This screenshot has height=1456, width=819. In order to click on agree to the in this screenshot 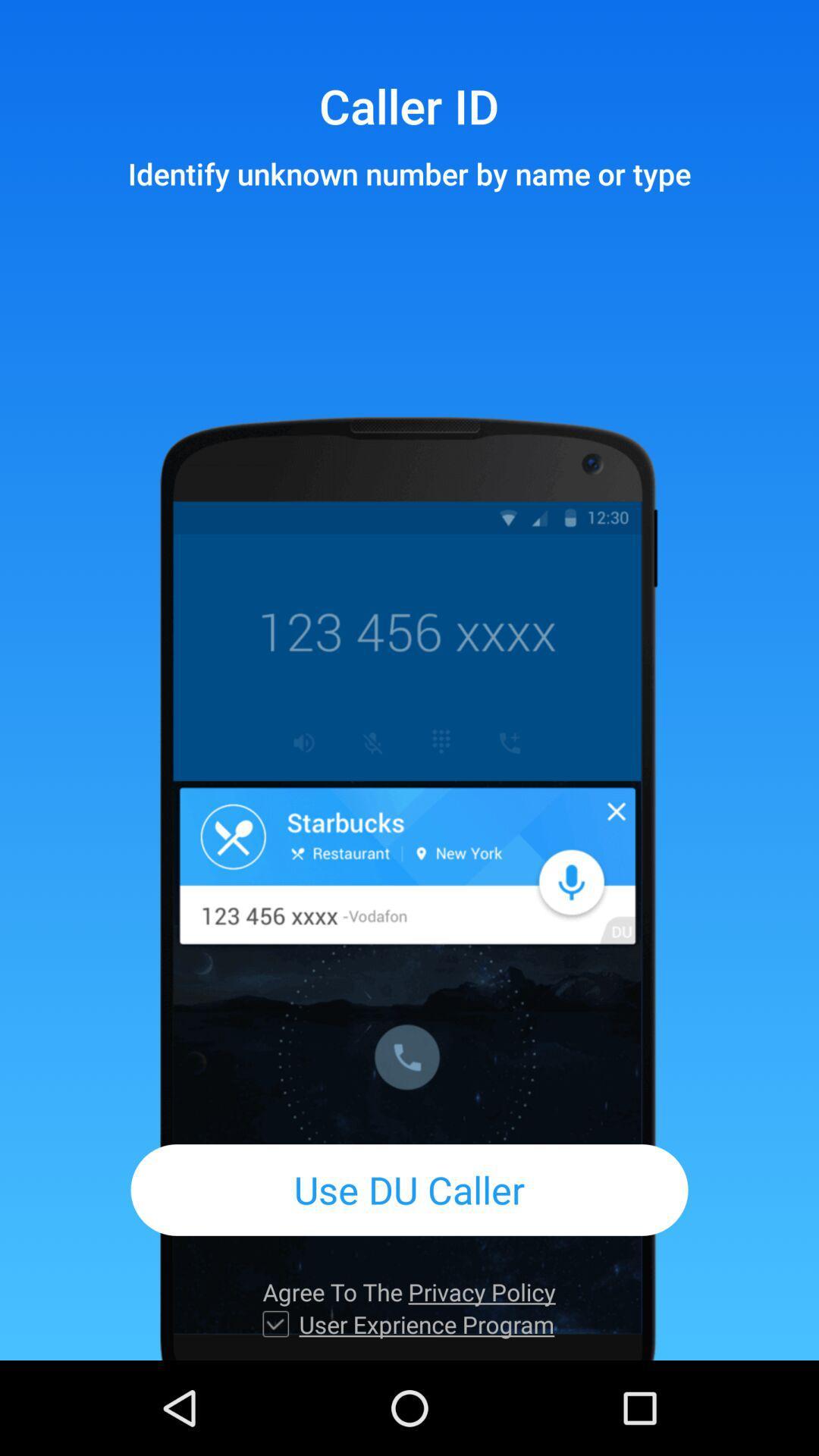, I will do `click(408, 1291)`.